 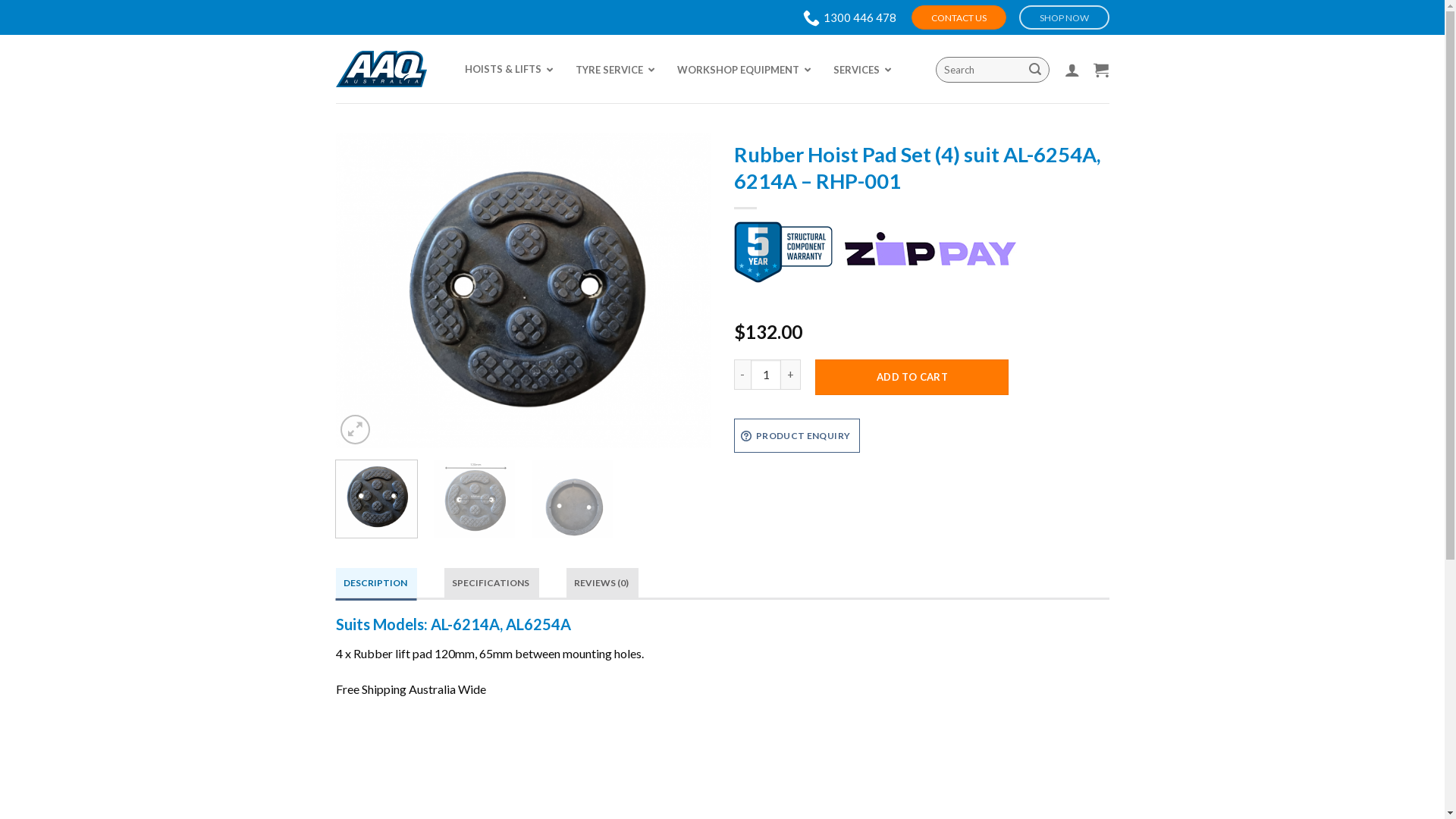 I want to click on 'TYRE SERVICE', so click(x=610, y=70).